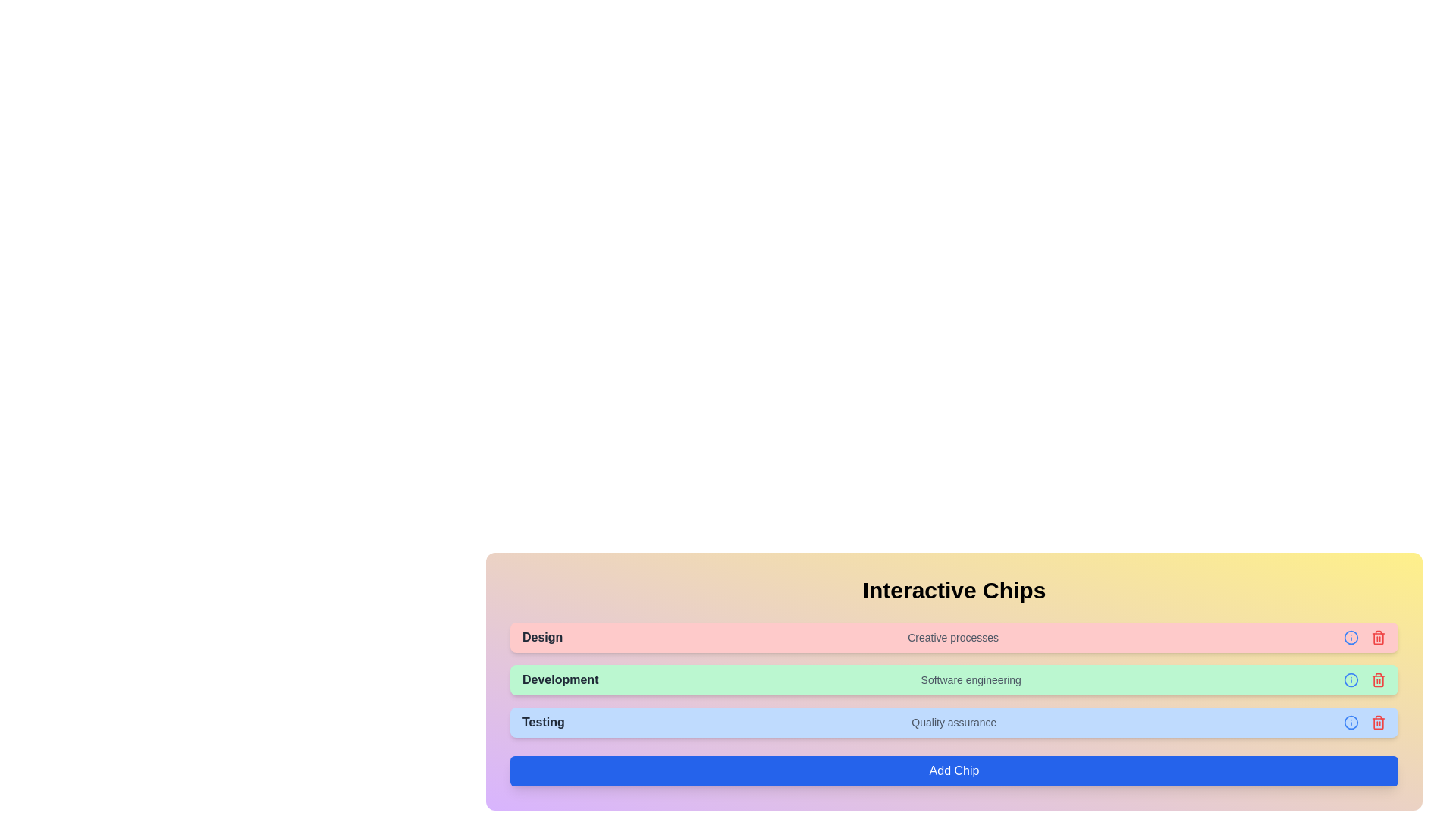 The width and height of the screenshot is (1456, 819). I want to click on the 'Add Chip' button to add a new chip, so click(953, 771).